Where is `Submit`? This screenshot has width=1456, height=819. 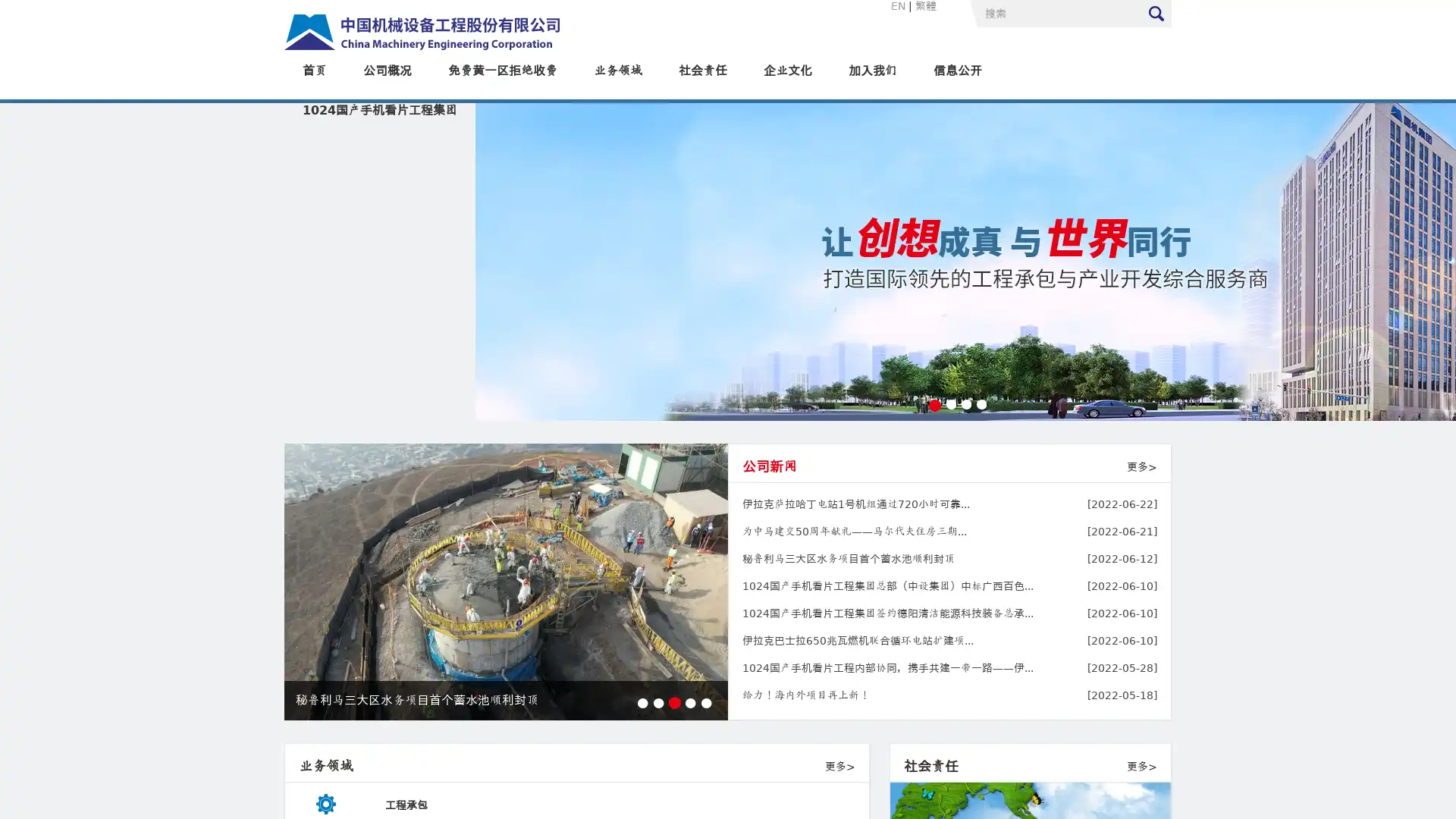 Submit is located at coordinates (1156, 14).